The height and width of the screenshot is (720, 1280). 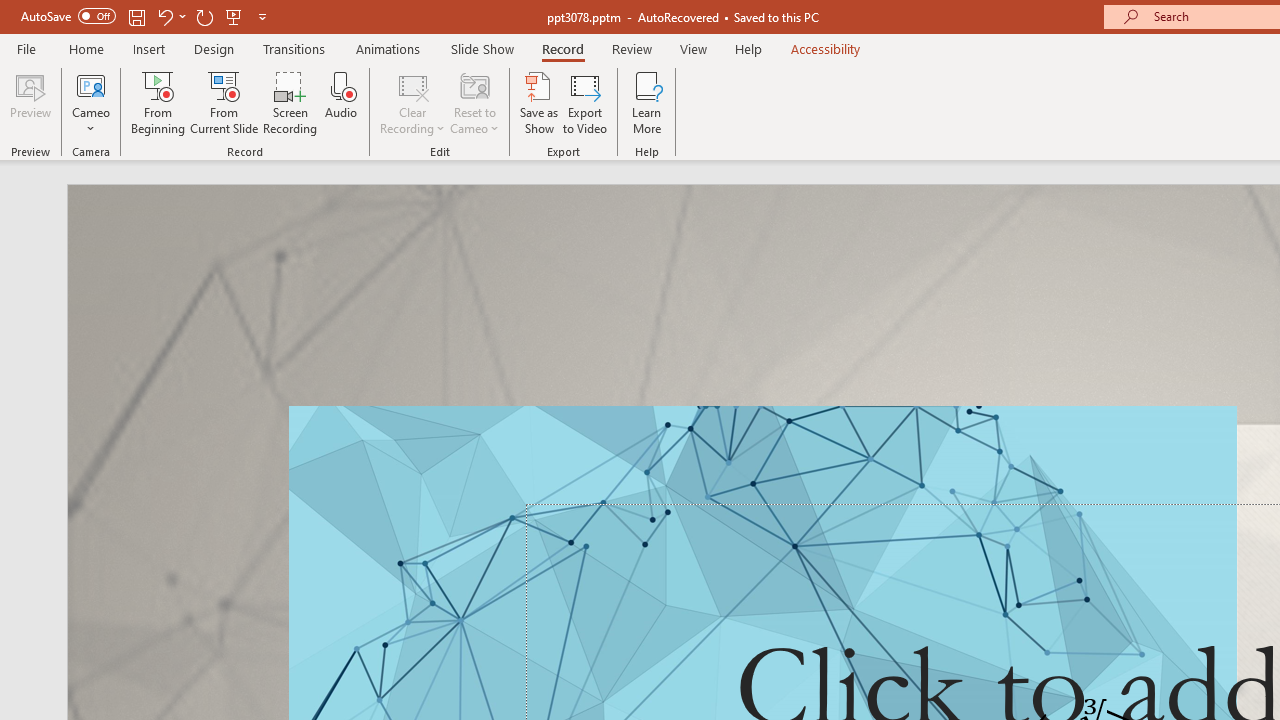 What do you see at coordinates (90, 103) in the screenshot?
I see `'Cameo'` at bounding box center [90, 103].